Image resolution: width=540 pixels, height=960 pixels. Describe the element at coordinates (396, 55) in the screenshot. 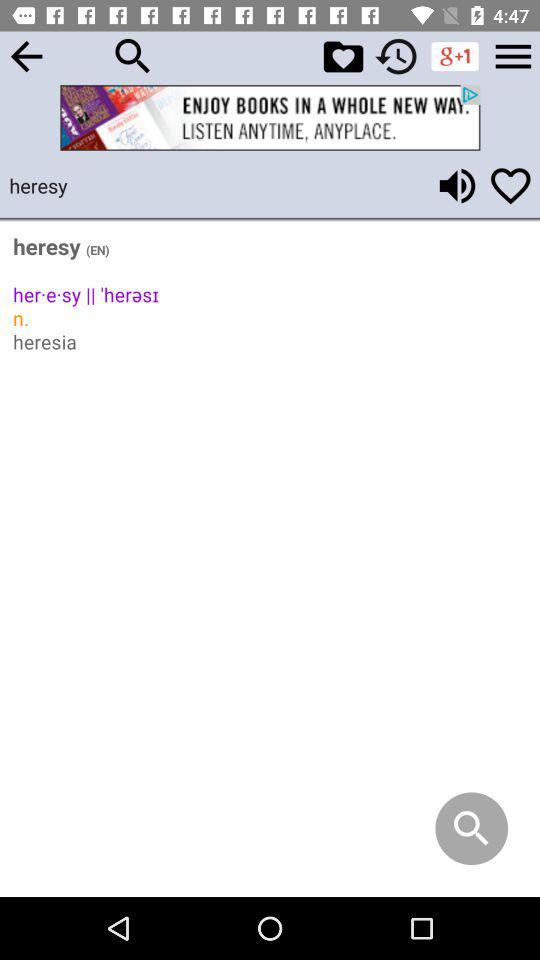

I see `timer` at that location.